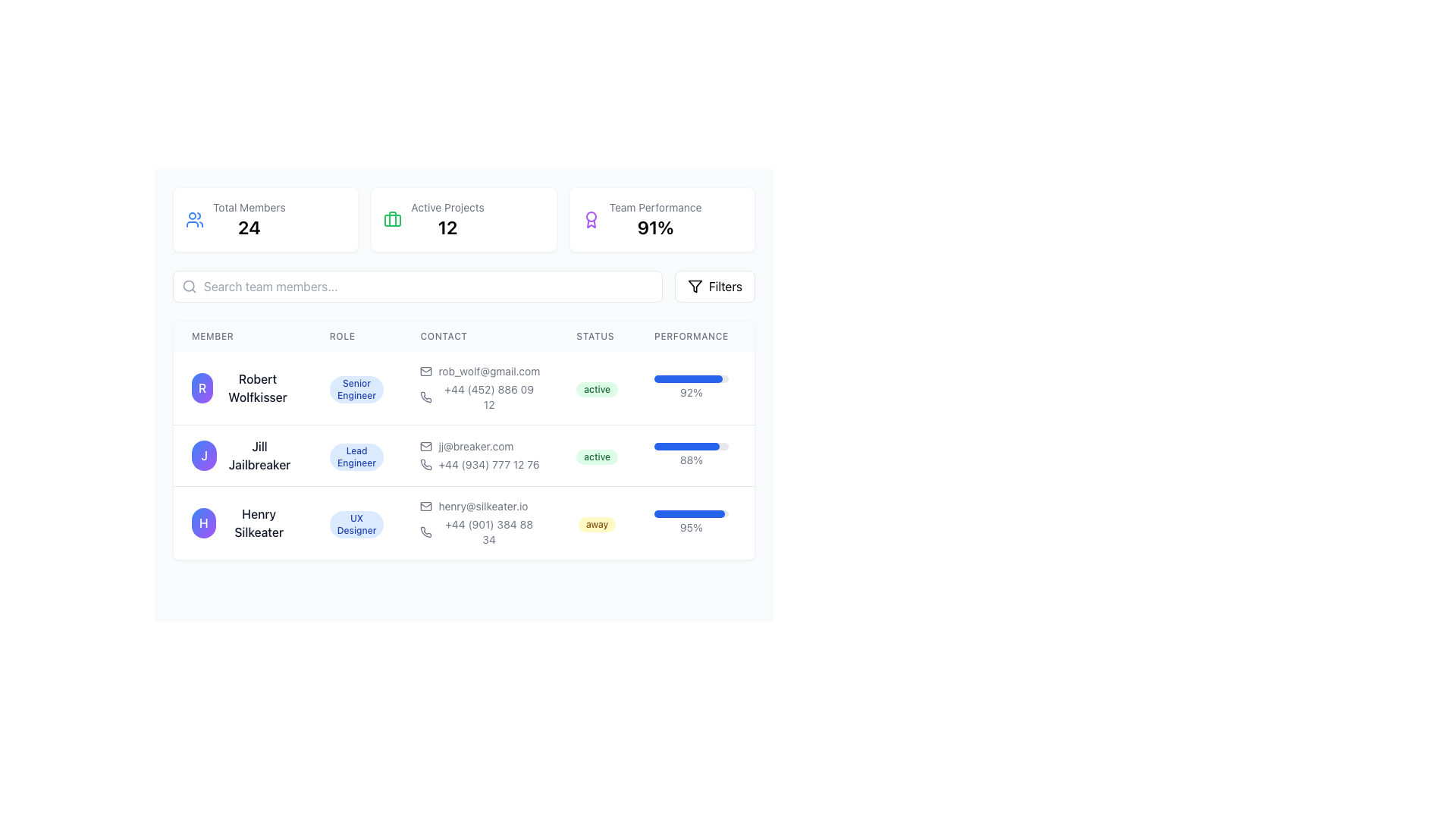 This screenshot has width=1456, height=819. I want to click on the list entry displaying information about Robert Wolfkisser, which includes his avatar, name, role, contact info, status, and performance bar, so click(500, 388).